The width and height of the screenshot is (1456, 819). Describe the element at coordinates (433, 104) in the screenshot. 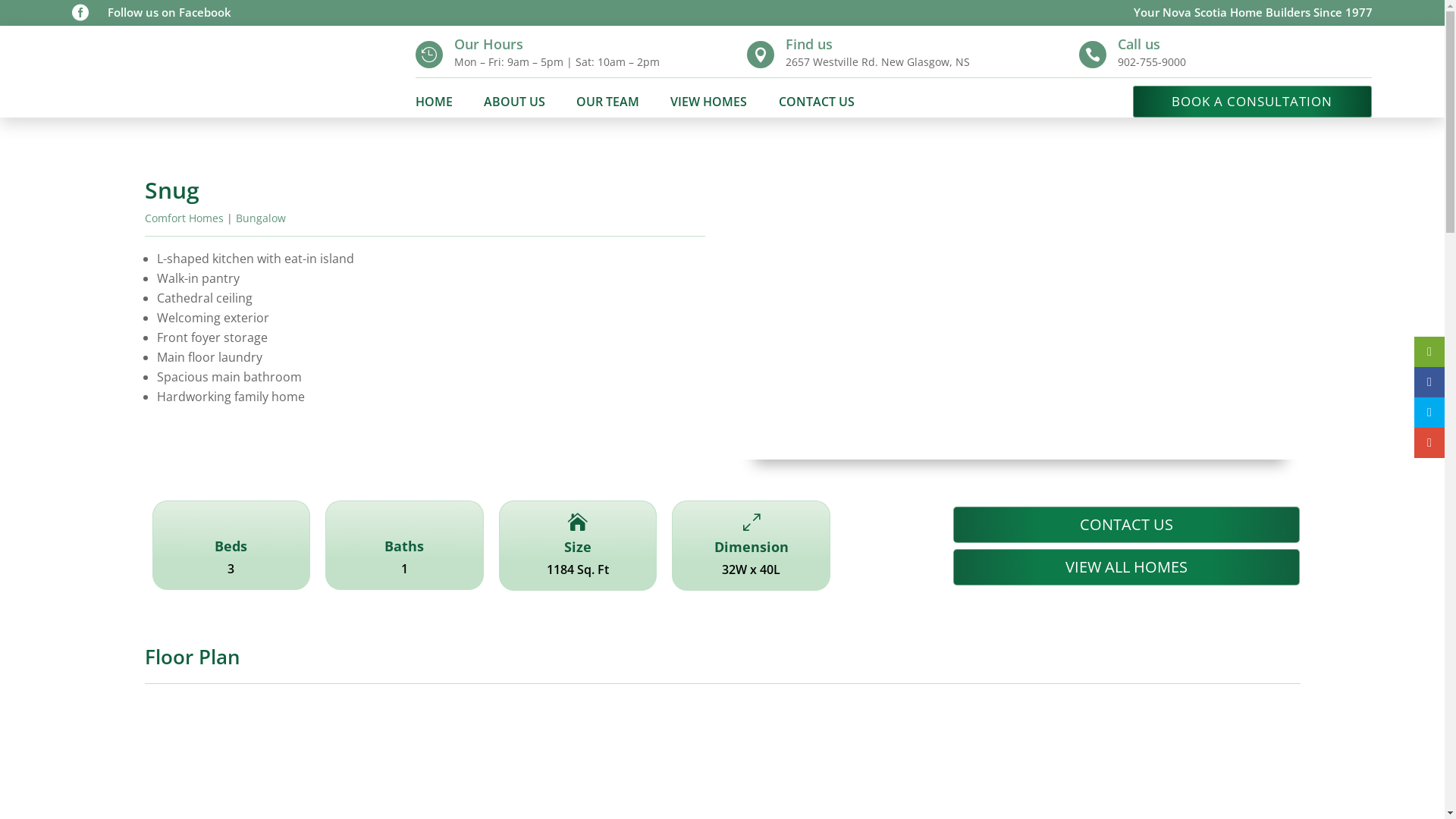

I see `'HOME'` at that location.